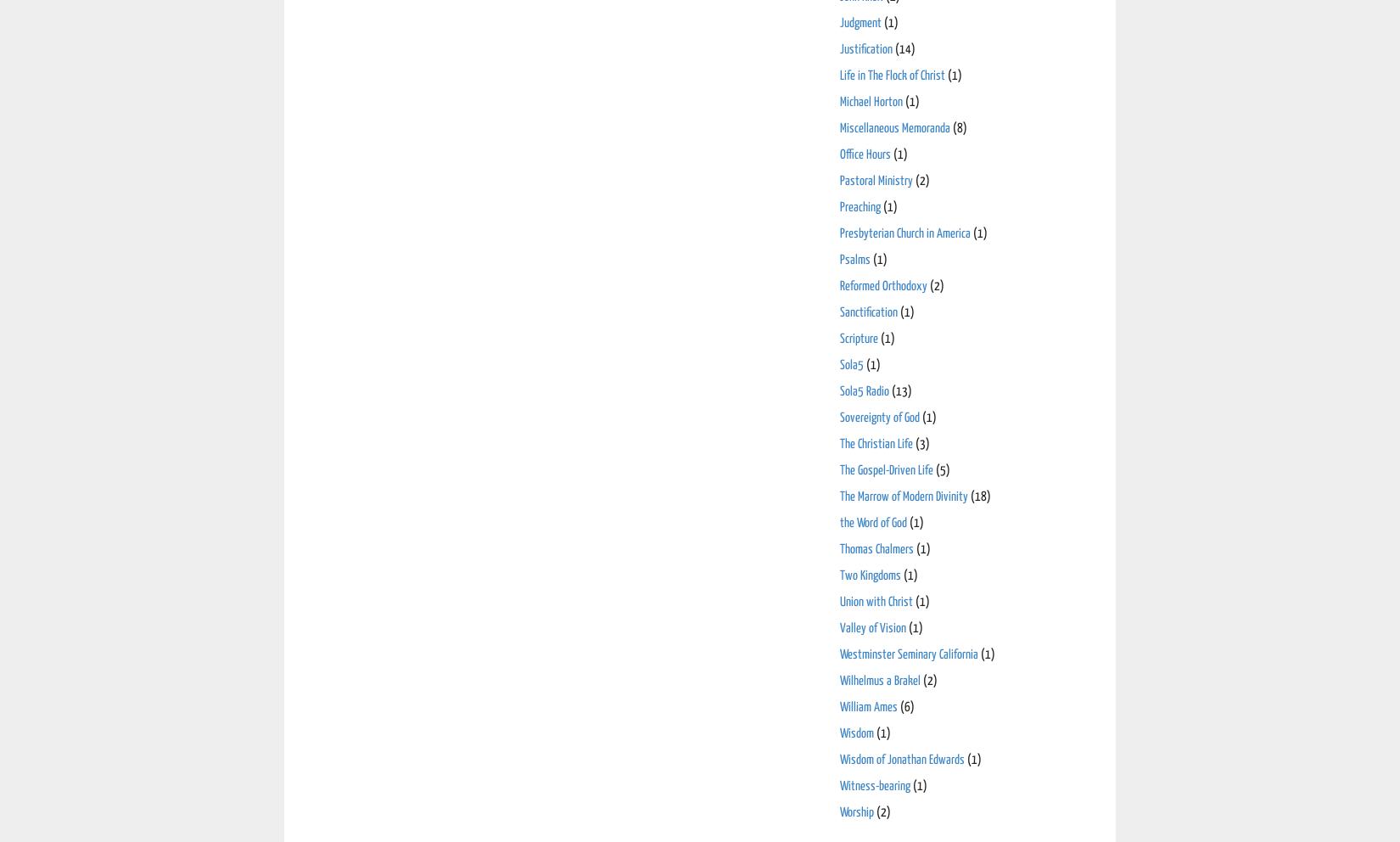  I want to click on 'Thomas Chalmers', so click(876, 548).